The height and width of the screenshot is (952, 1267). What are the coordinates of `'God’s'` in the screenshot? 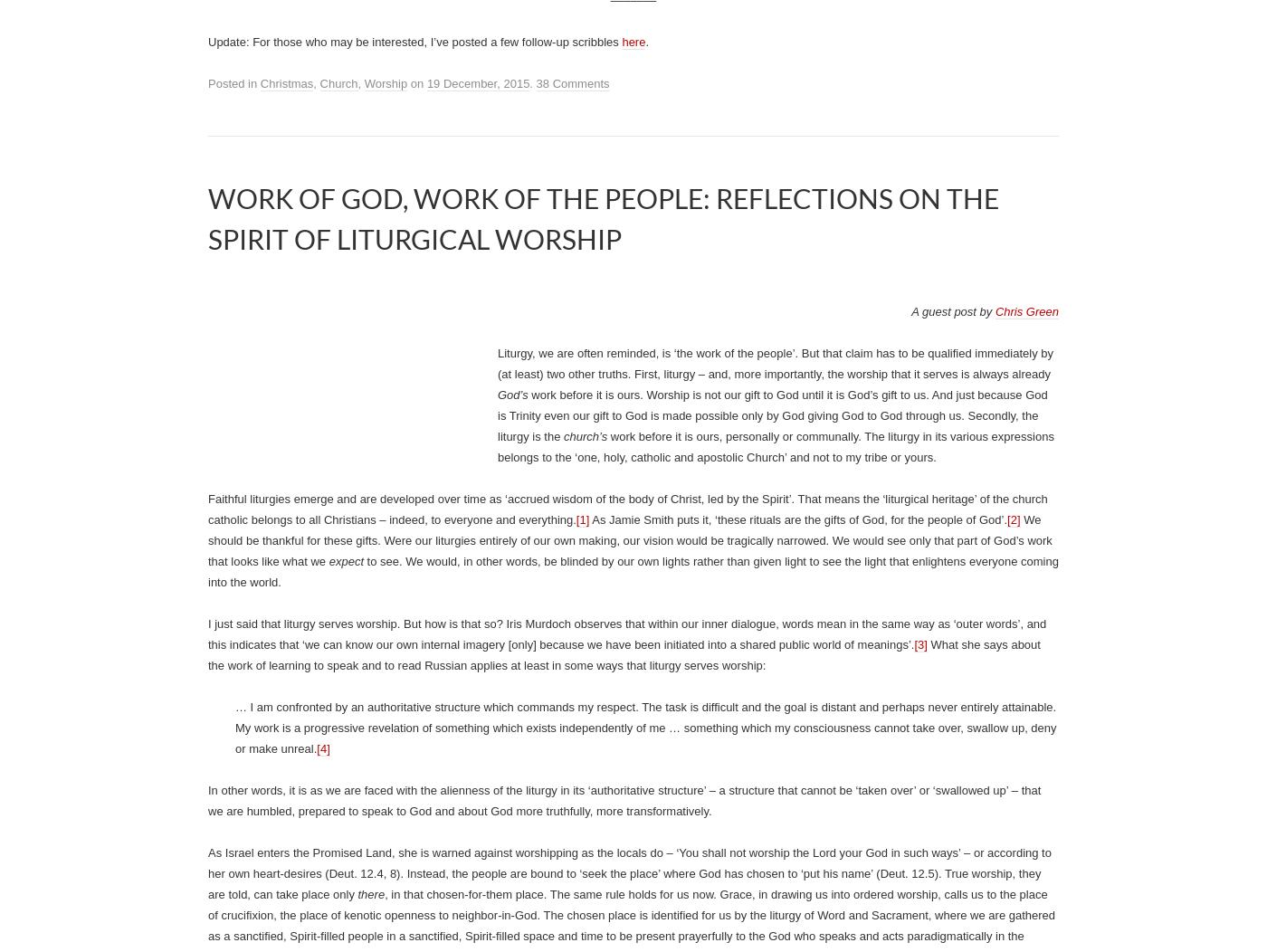 It's located at (498, 394).